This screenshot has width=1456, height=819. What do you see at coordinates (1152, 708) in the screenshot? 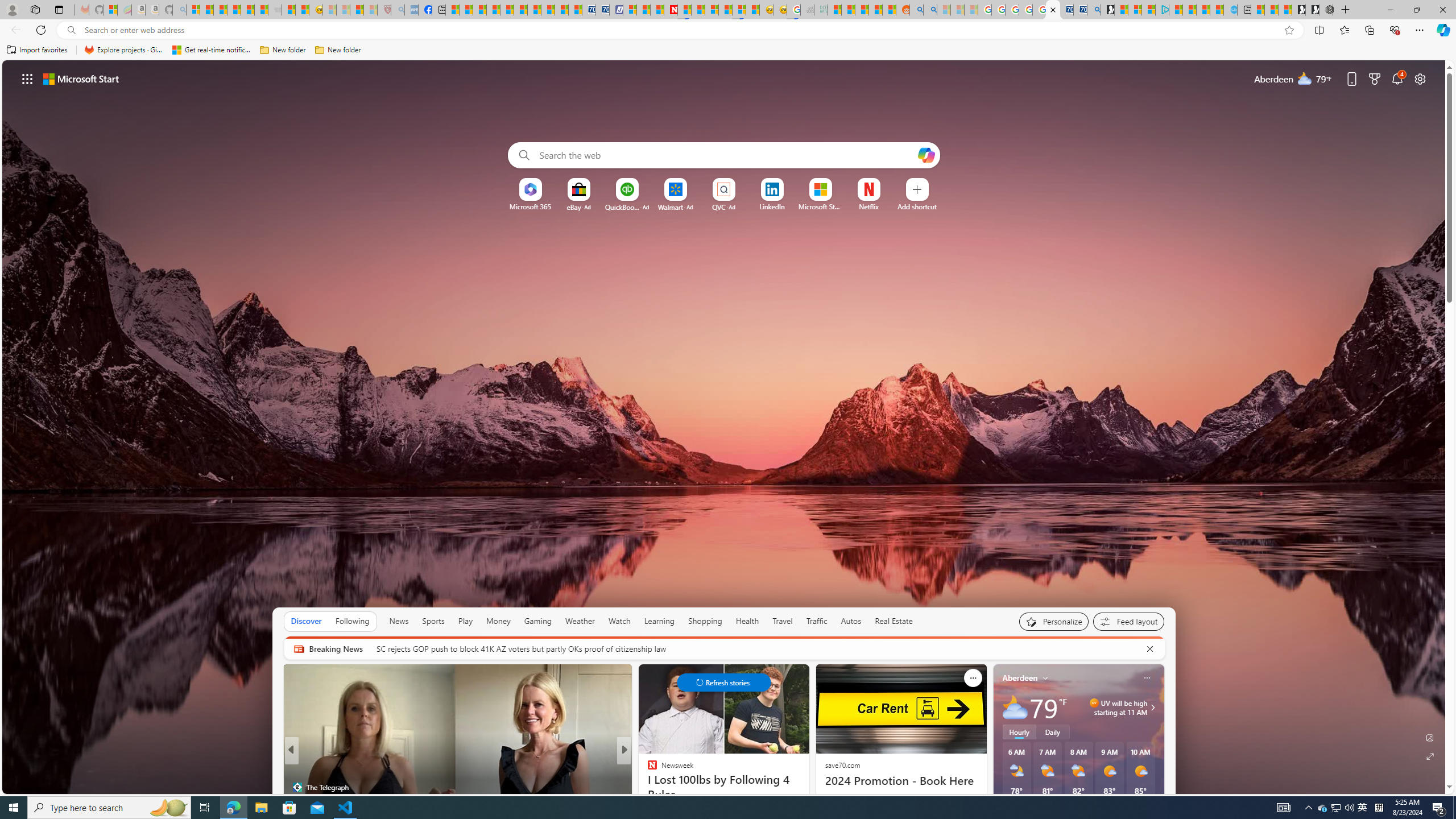
I see `'Class: weather-arrow-glyph'` at bounding box center [1152, 708].